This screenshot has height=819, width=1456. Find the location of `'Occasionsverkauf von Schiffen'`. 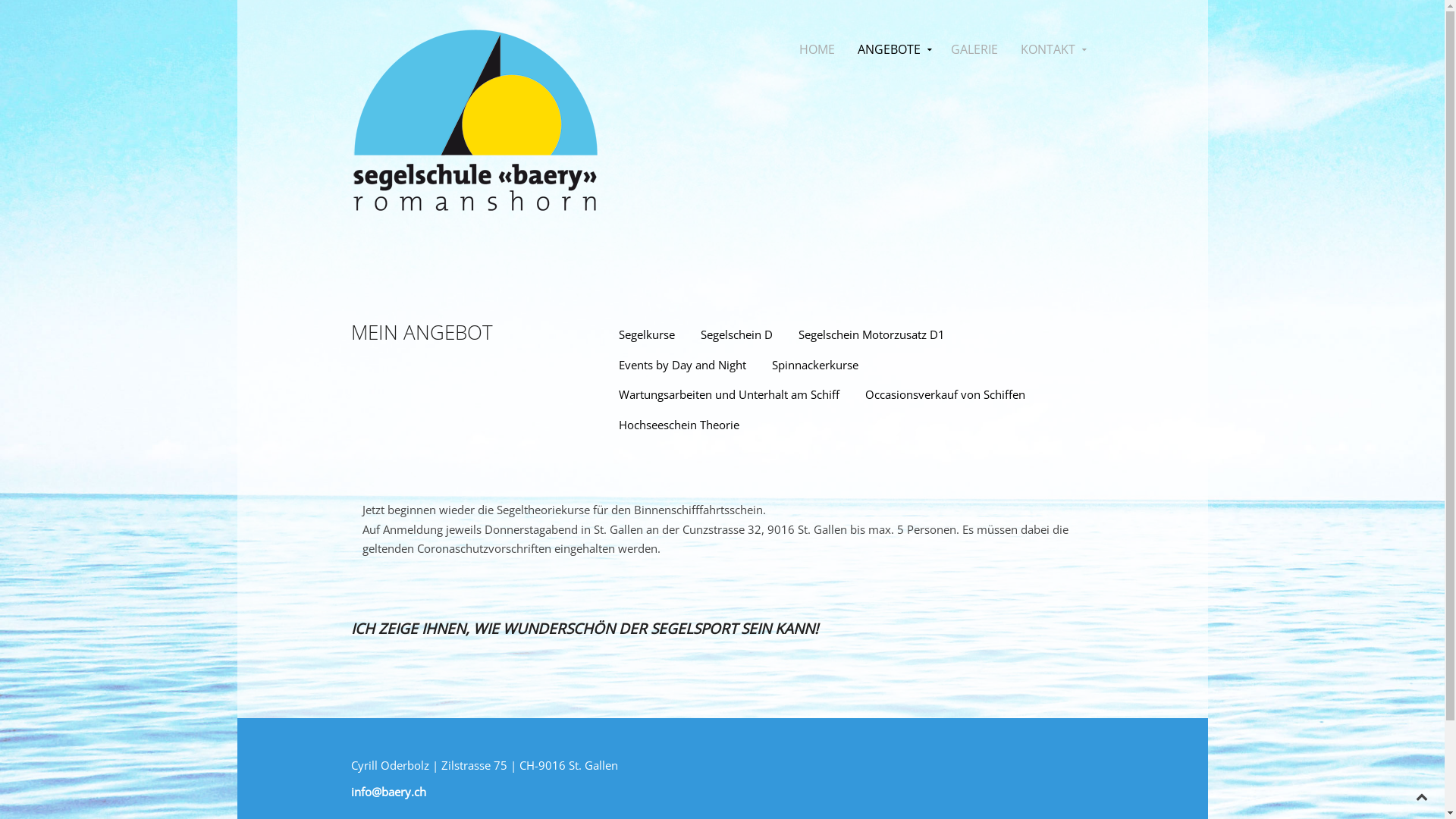

'Occasionsverkauf von Schiffen' is located at coordinates (944, 394).